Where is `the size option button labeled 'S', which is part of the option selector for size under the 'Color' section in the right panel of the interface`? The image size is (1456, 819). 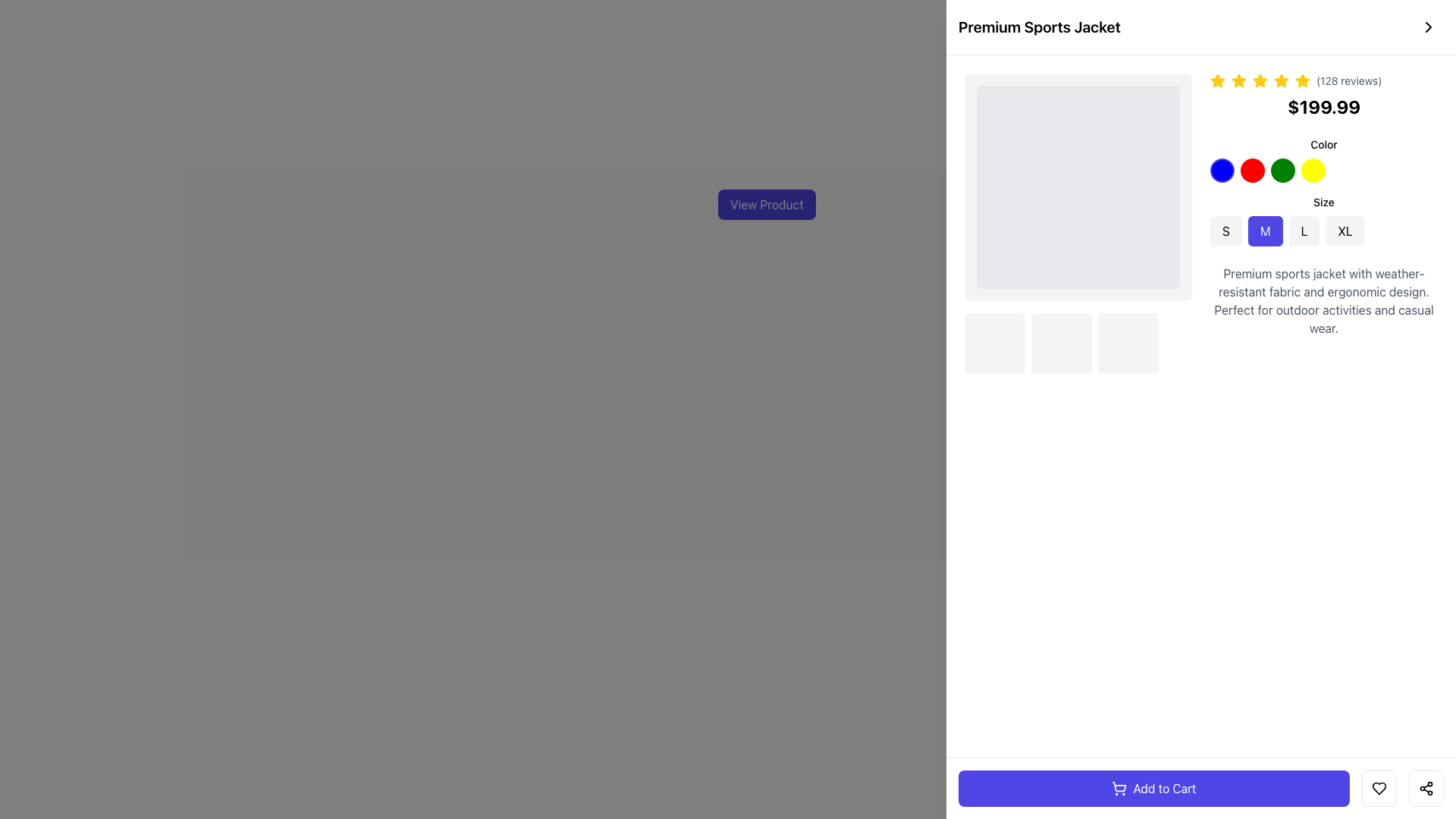
the size option button labeled 'S', which is part of the option selector for size under the 'Color' section in the right panel of the interface is located at coordinates (1323, 220).